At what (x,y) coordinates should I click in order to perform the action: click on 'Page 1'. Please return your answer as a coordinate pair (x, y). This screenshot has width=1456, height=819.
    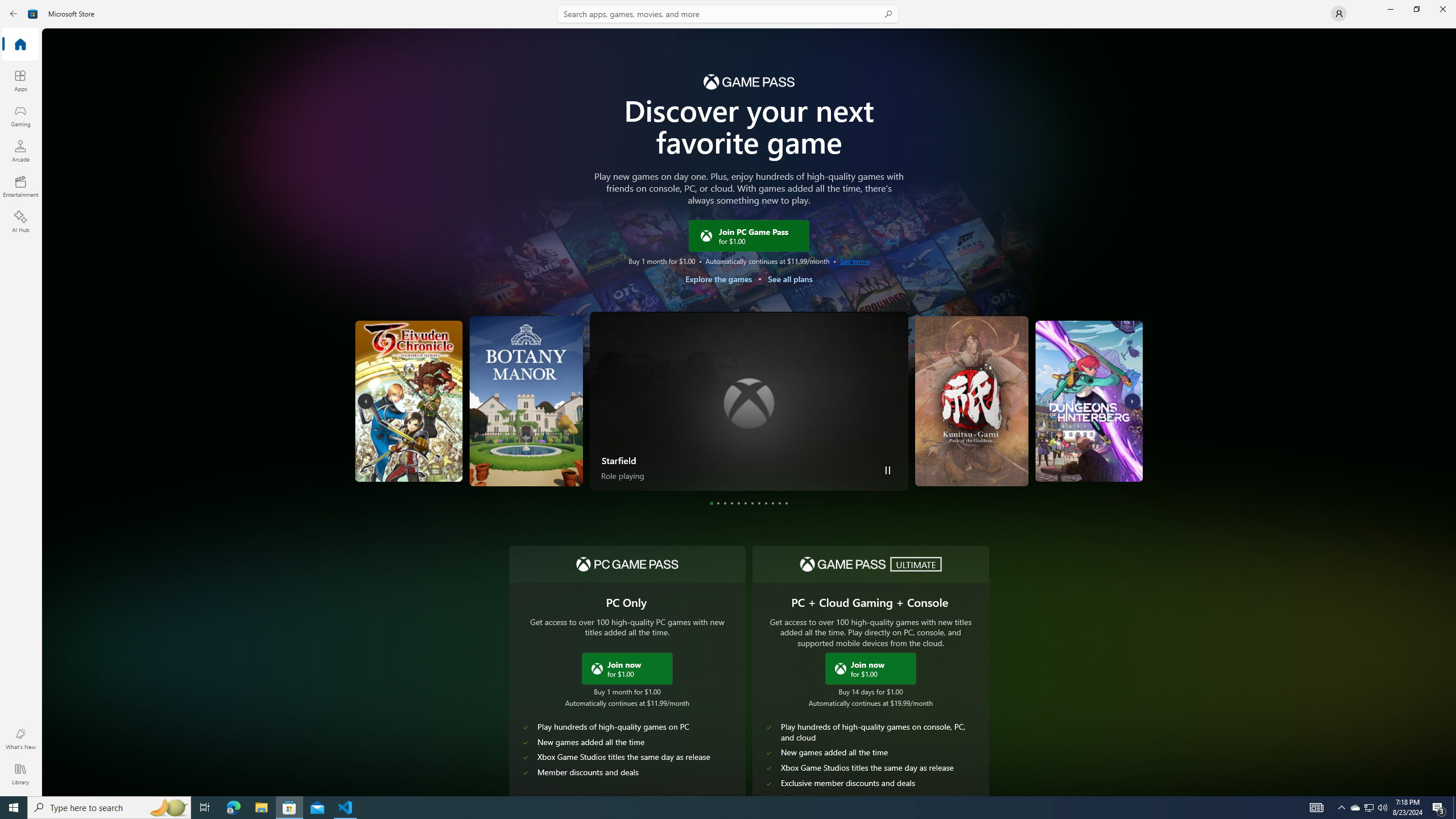
    Looking at the image, I should click on (711, 503).